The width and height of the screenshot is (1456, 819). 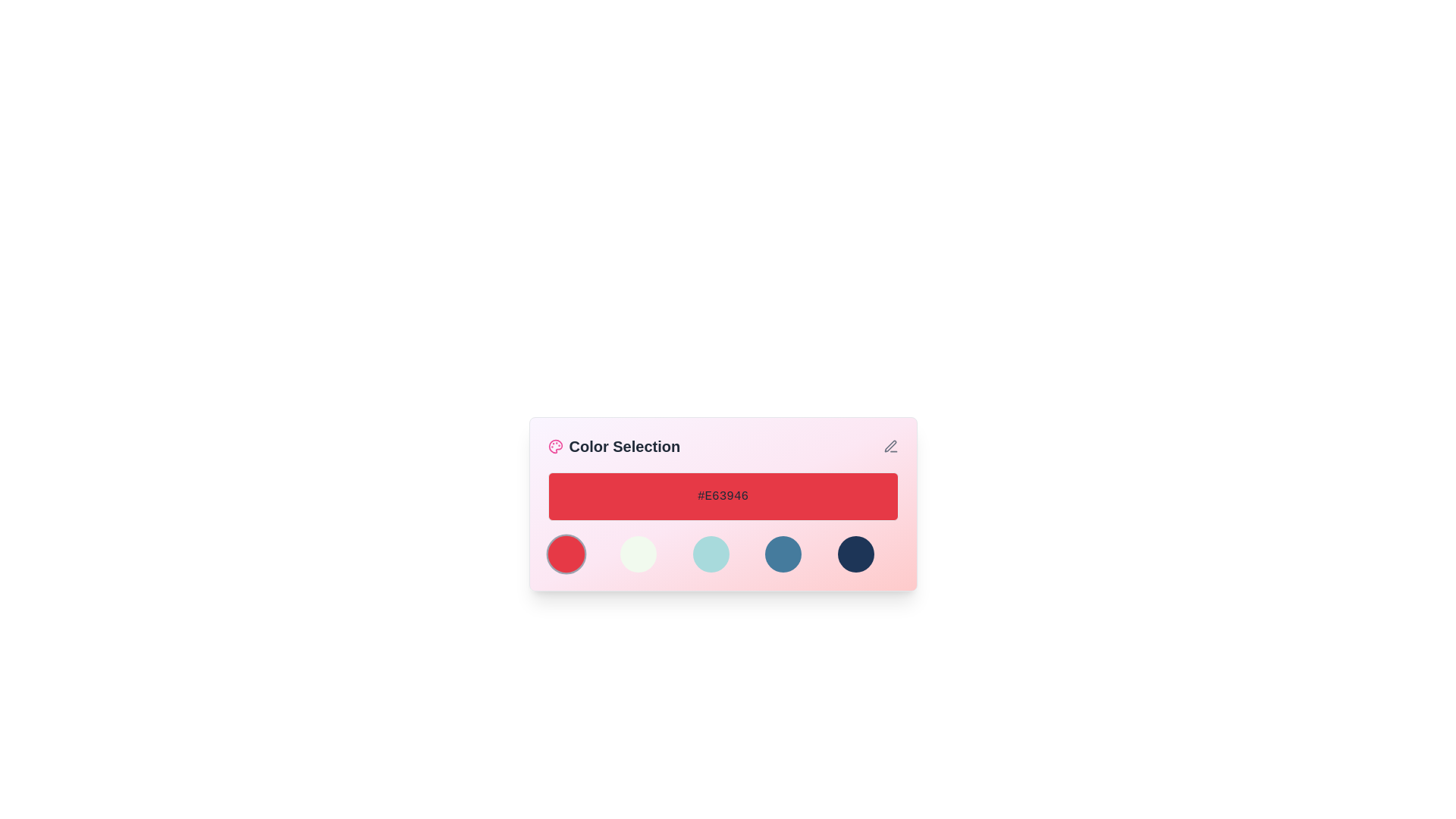 What do you see at coordinates (613, 446) in the screenshot?
I see `the 'Color Selection' label, which features a bold, sans-serif font in dark gray on a light pink background, and is accompanied by a pink palette icon to its left` at bounding box center [613, 446].